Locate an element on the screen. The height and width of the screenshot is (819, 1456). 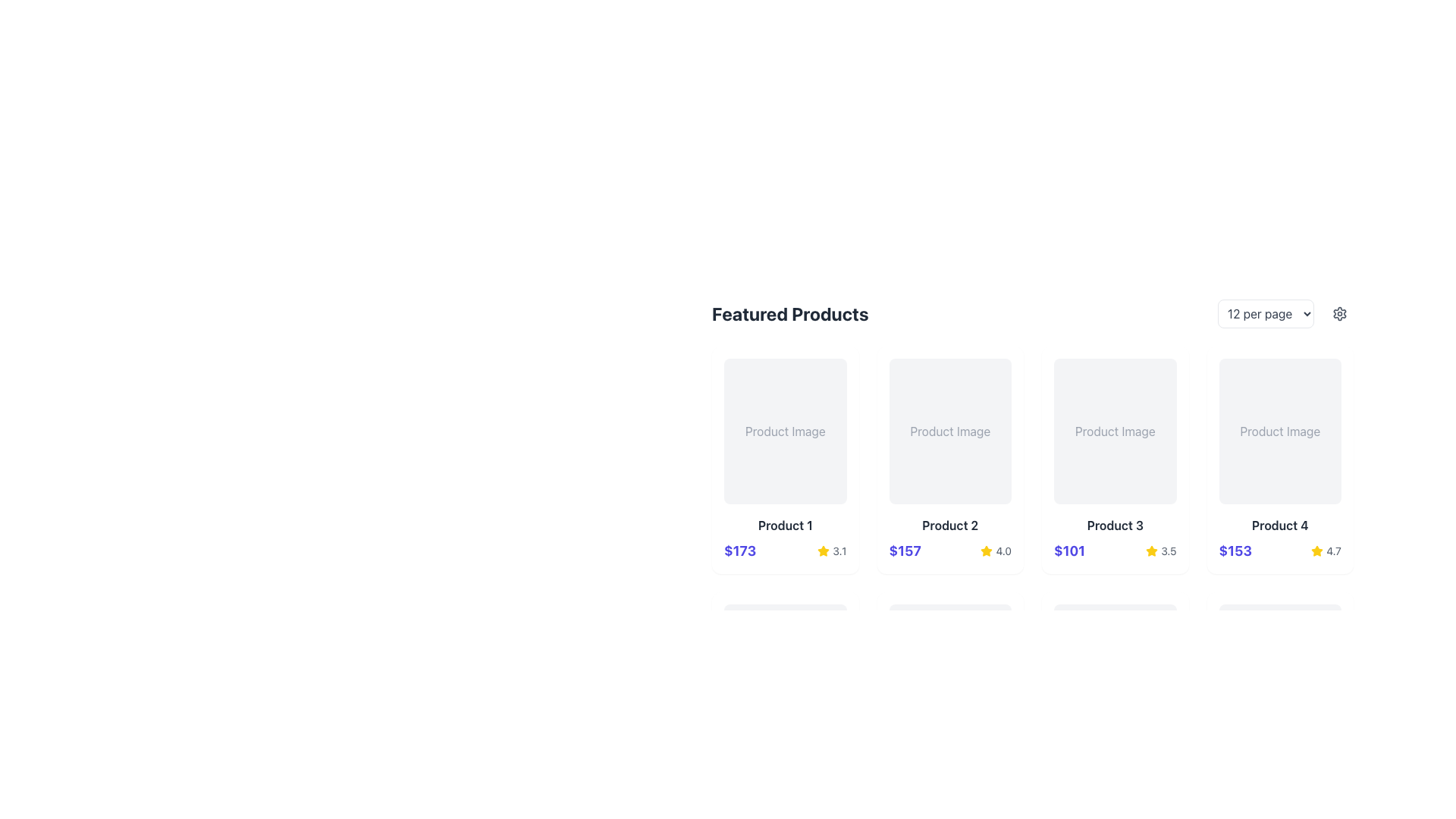
the Text label located in the third product card of the featured products list, which serves as the title for the product is located at coordinates (1115, 525).